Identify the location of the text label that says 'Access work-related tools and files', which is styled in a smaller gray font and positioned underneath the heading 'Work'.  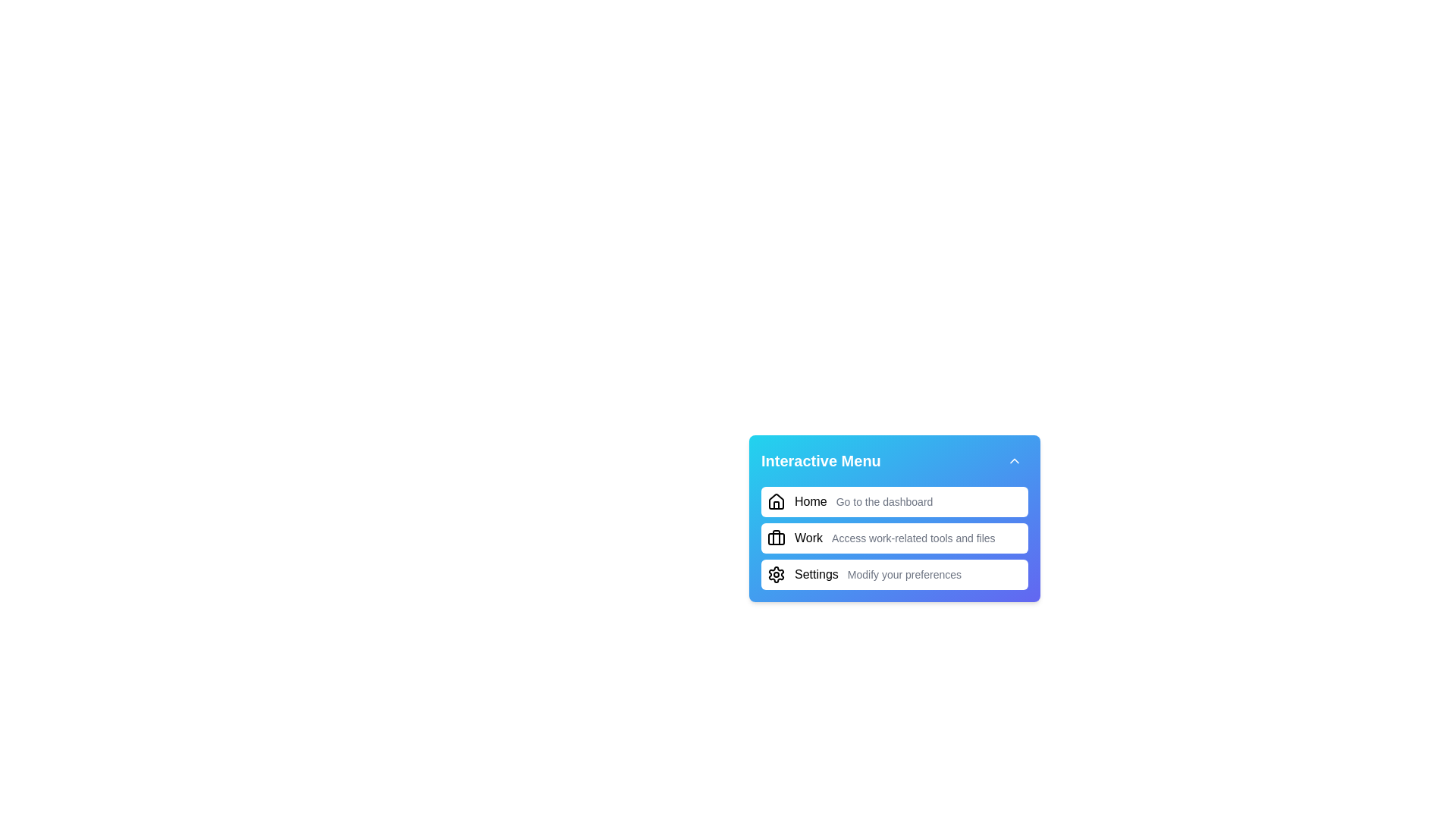
(912, 537).